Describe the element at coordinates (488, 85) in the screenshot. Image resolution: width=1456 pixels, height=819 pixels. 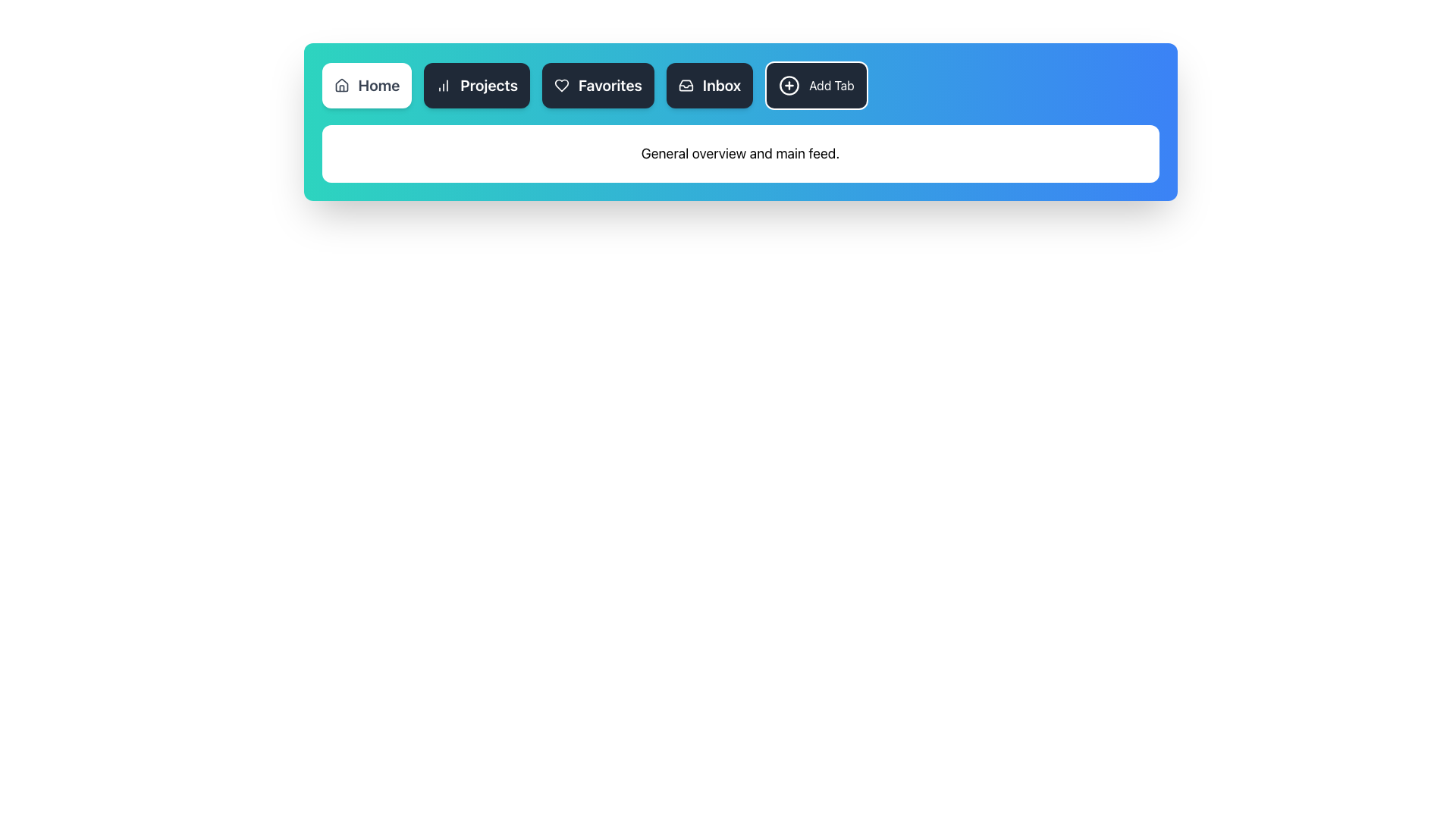
I see `the 'Projects' text label located in the navigation bar, which is the main label inside the second button from the left` at that location.